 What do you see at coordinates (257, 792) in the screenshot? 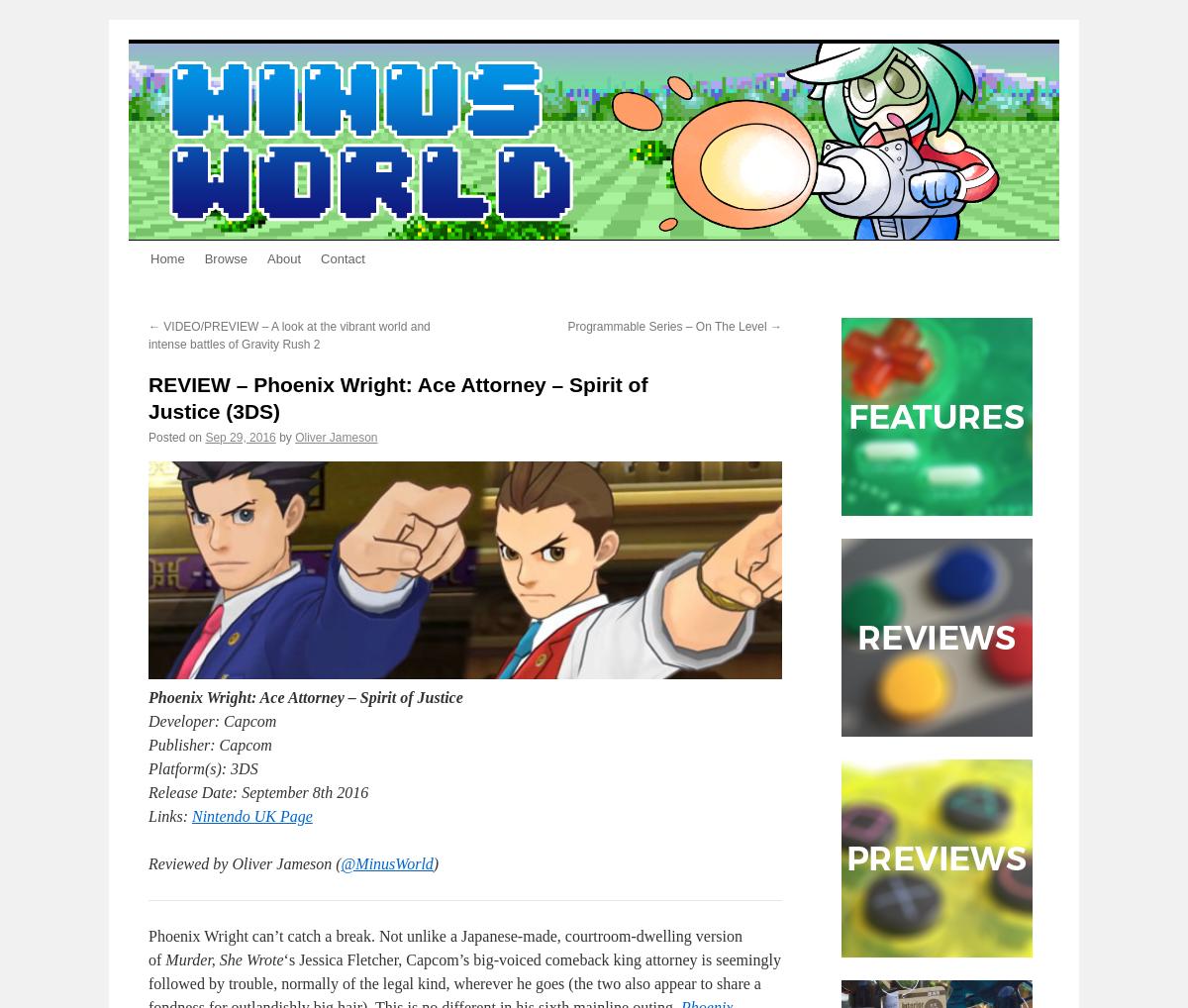
I see `'Release Date: September 8th 2016'` at bounding box center [257, 792].